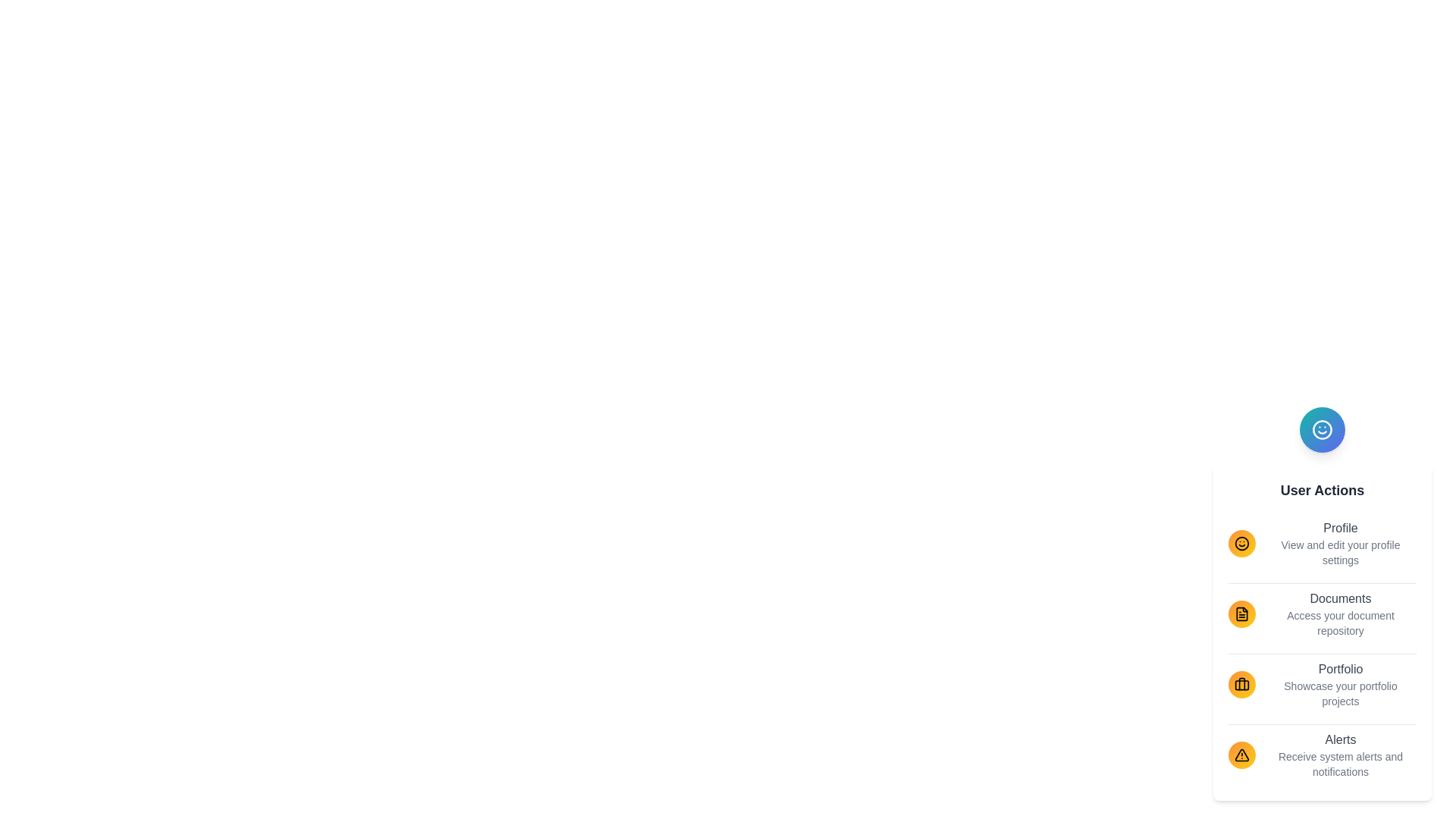  I want to click on speed dial button to toggle the menu state, so click(1321, 430).